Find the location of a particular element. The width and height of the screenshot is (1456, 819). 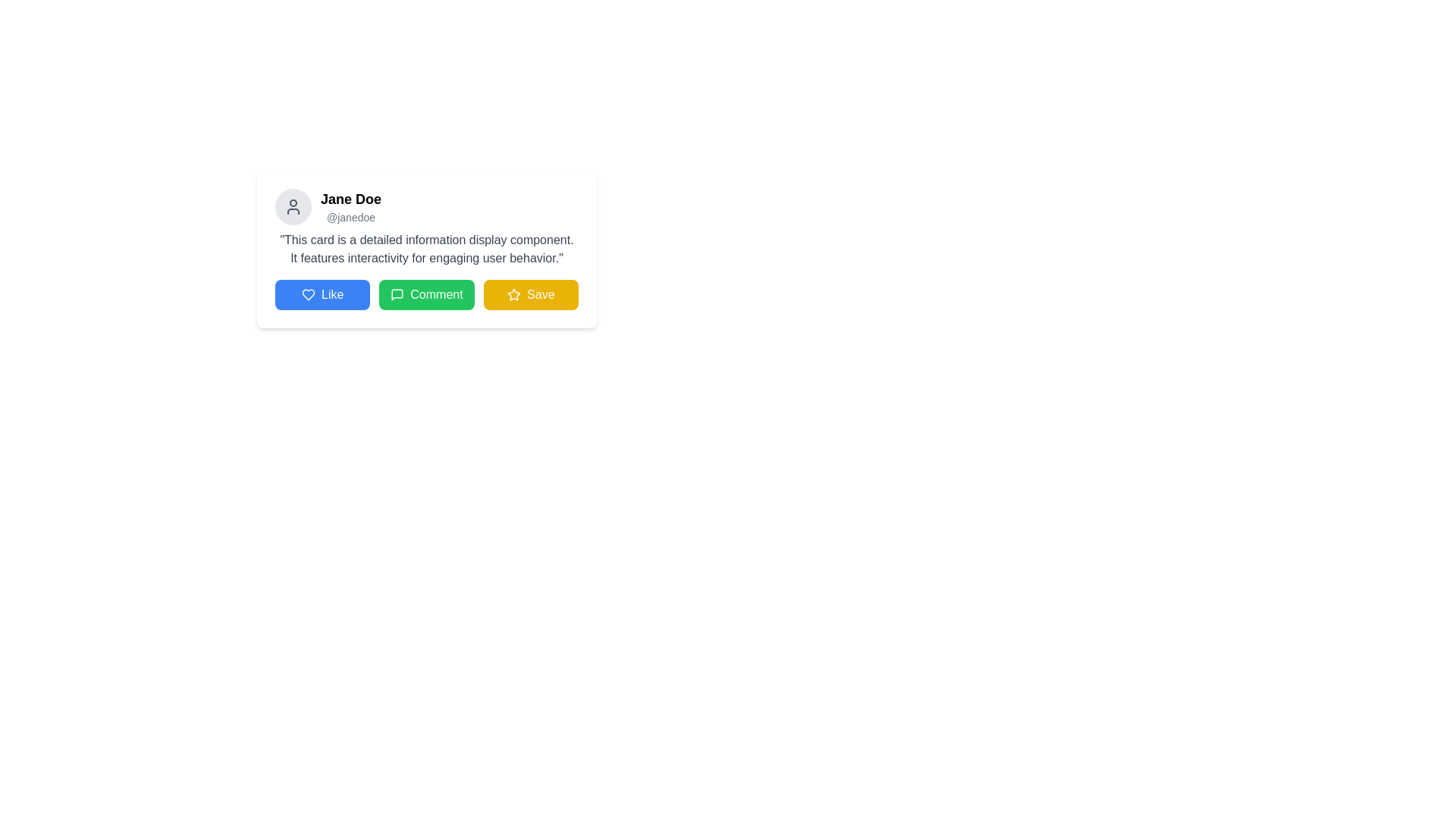

the 'Save' button, which is the third button in a row of three buttons, located immediately to the right of the green 'Comment' button is located at coordinates (531, 295).